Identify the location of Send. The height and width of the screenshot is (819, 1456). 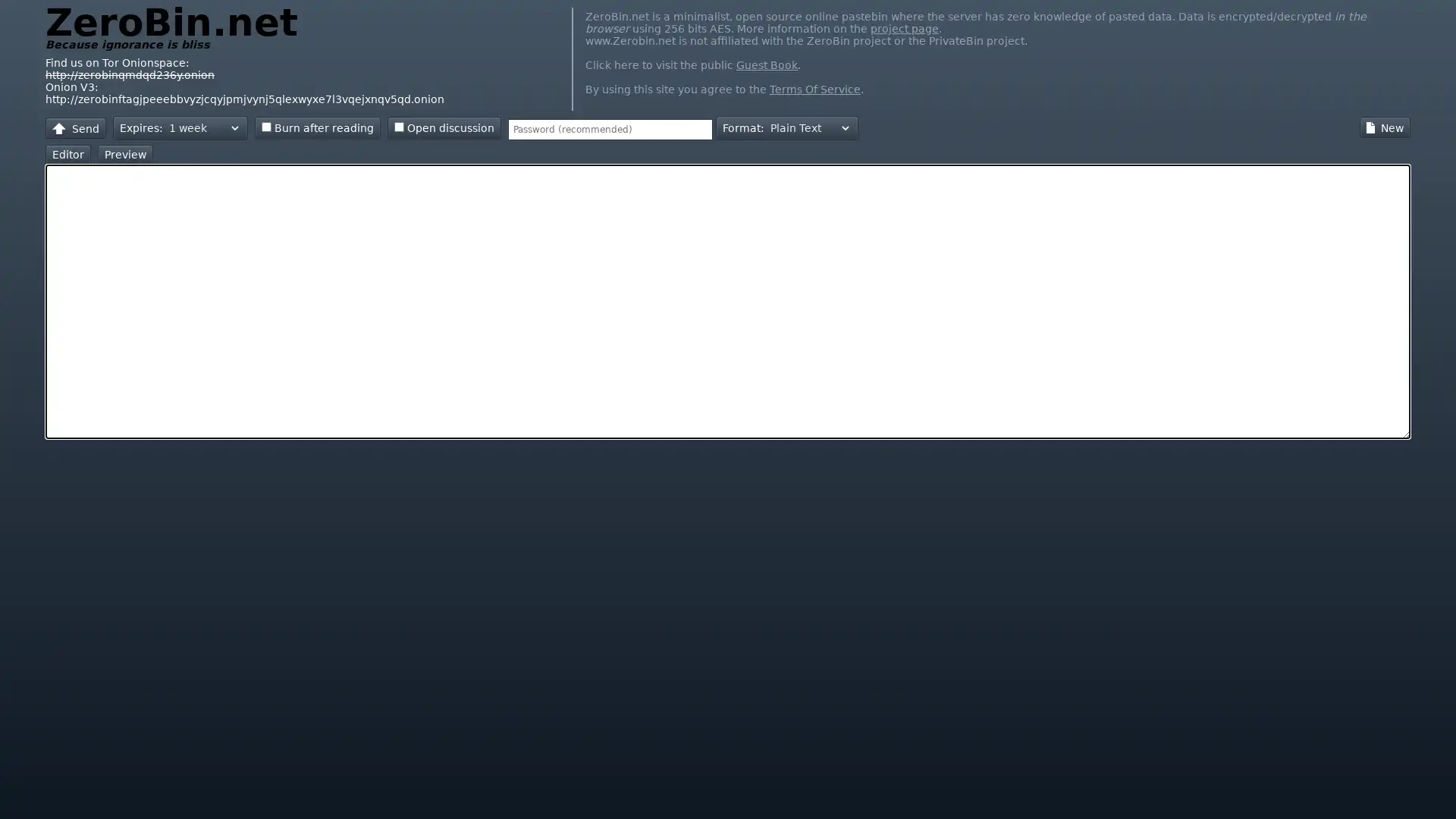
(75, 127).